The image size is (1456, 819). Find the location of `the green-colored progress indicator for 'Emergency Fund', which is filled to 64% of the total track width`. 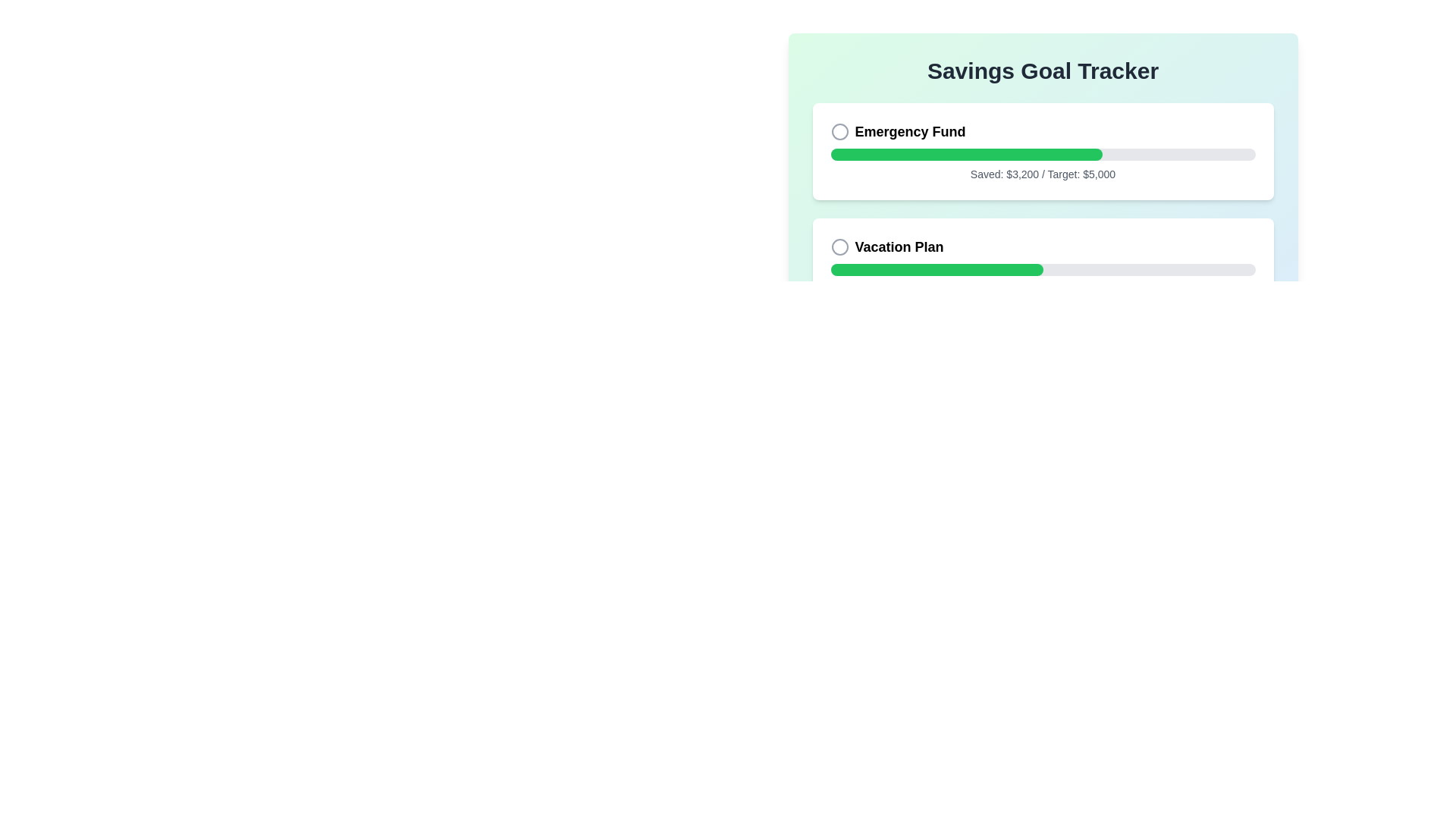

the green-colored progress indicator for 'Emergency Fund', which is filled to 64% of the total track width is located at coordinates (965, 155).